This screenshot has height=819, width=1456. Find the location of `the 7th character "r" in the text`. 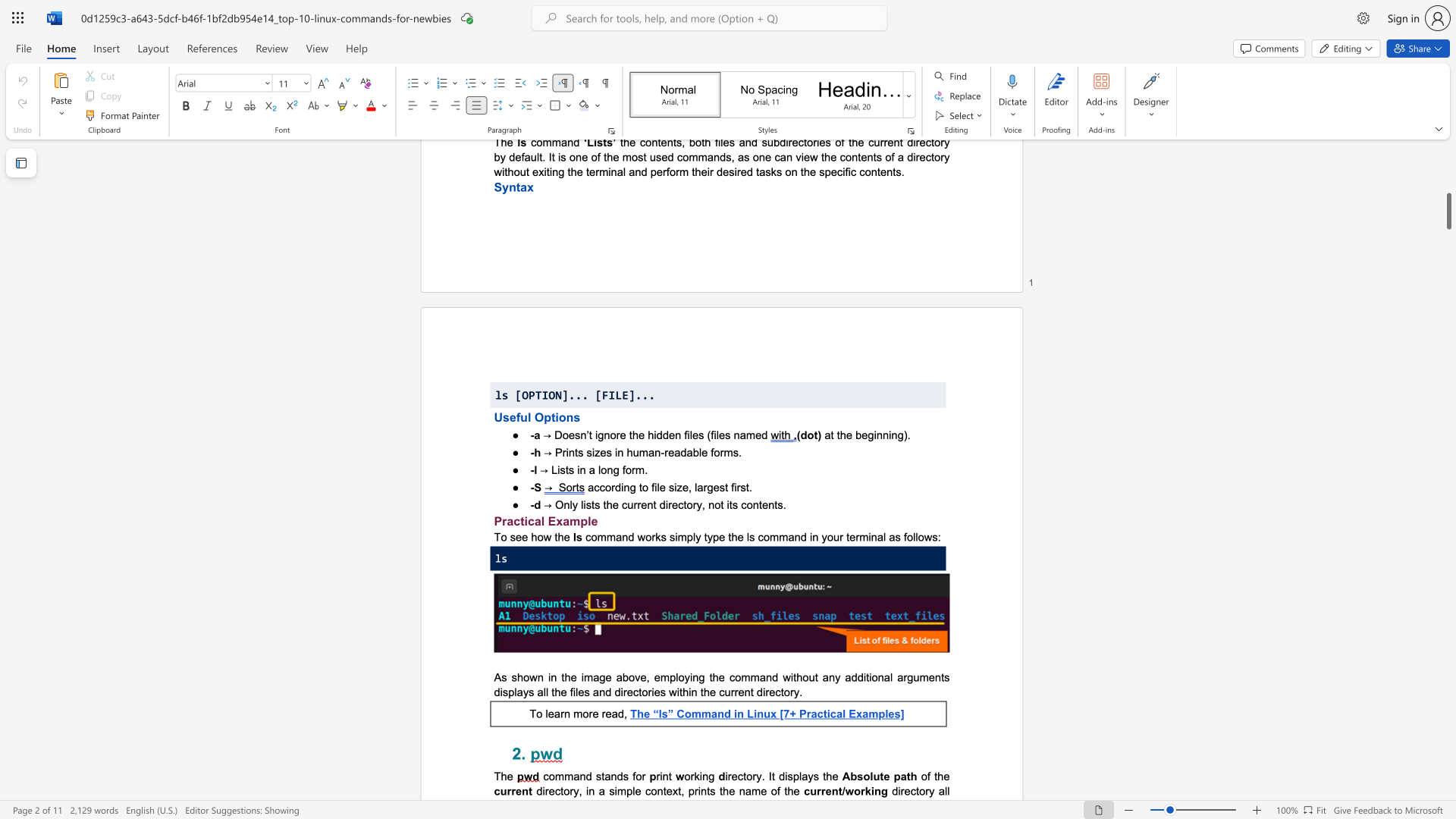

the 7th character "r" in the text is located at coordinates (791, 692).